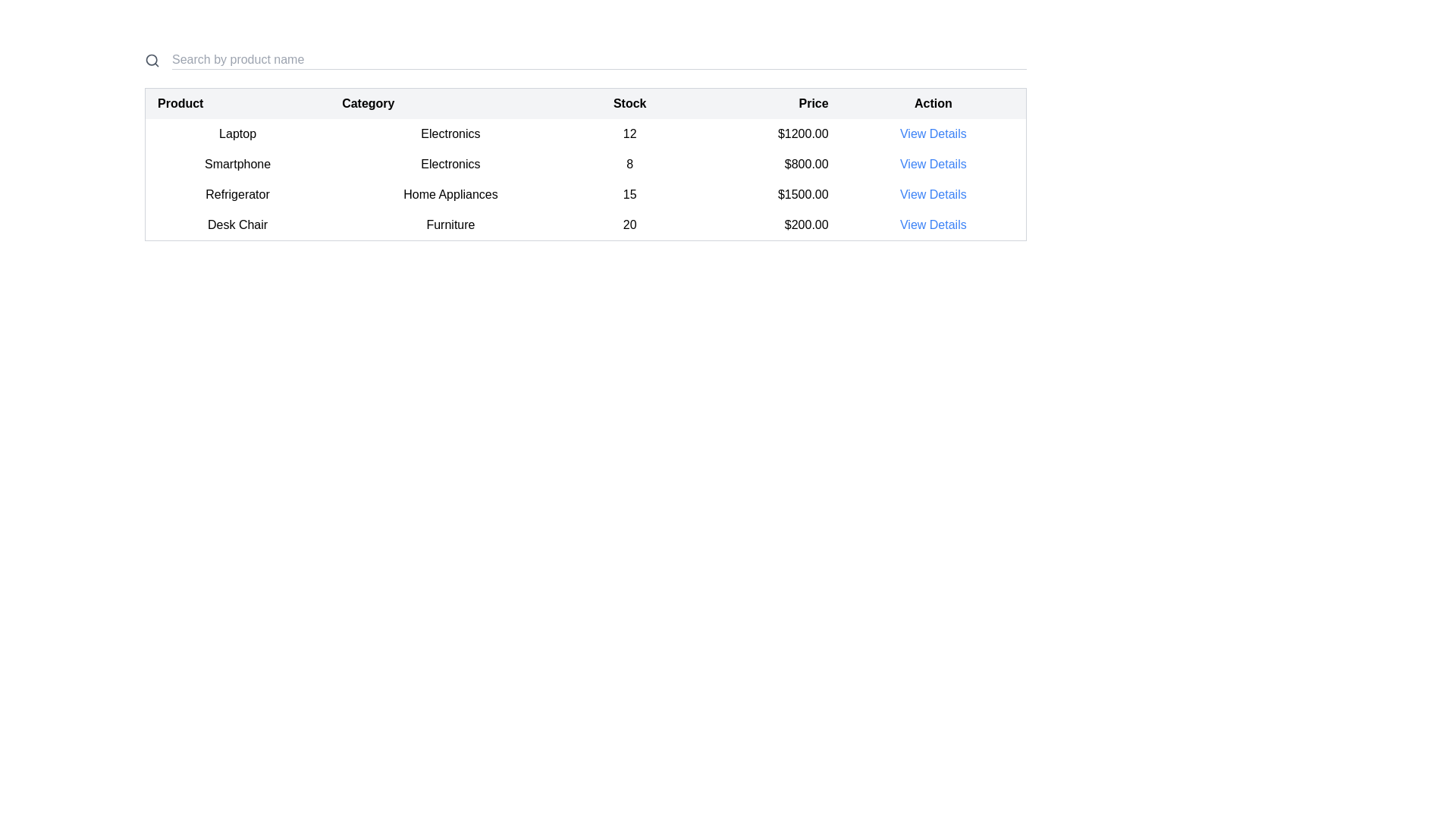 The image size is (1456, 819). I want to click on the text element displaying 'Laptop', which is located in the first column of a product listing table under the 'Product' header, so click(237, 133).